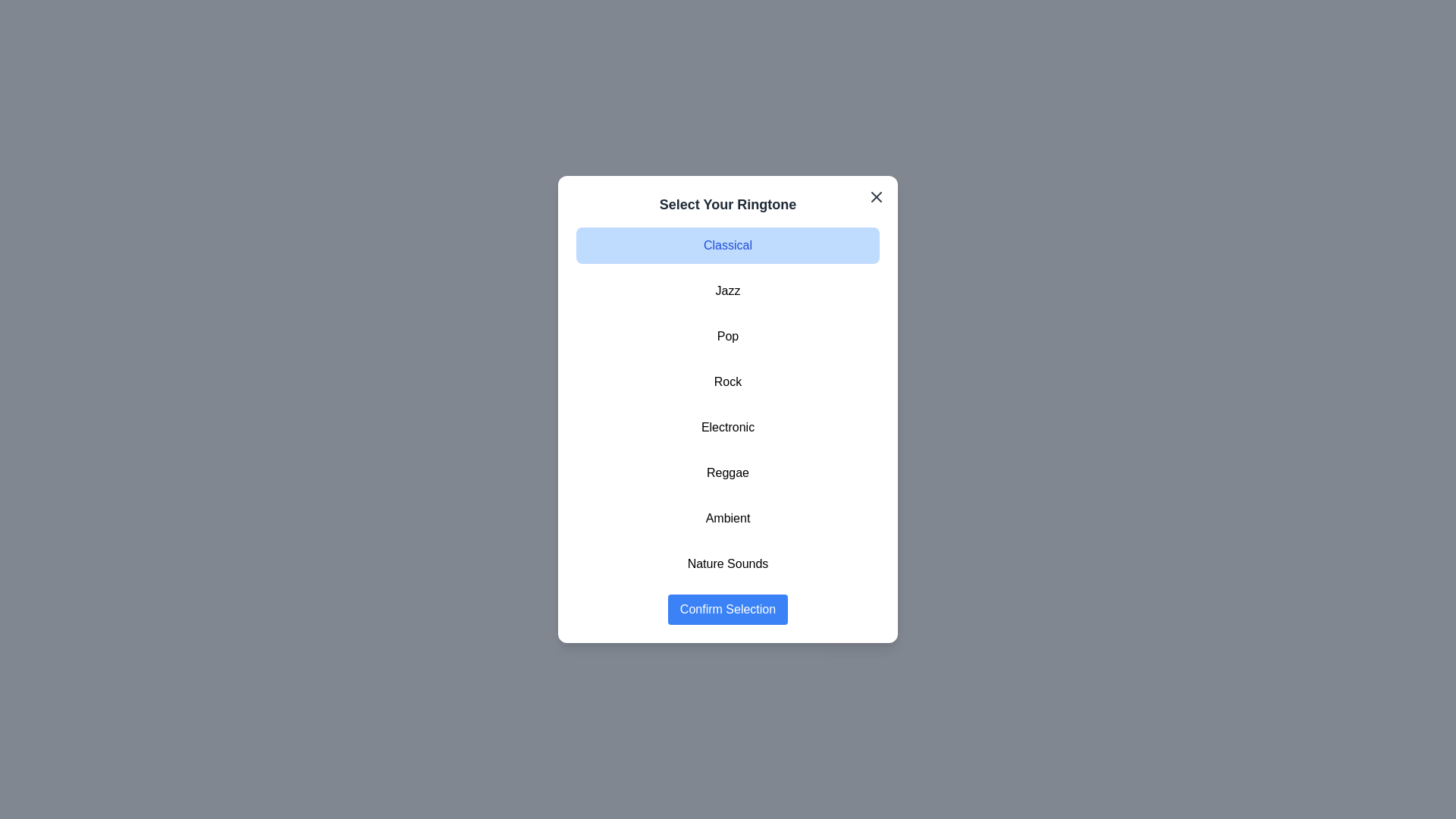  Describe the element at coordinates (728, 291) in the screenshot. I see `the ringtone Jazz from the list` at that location.